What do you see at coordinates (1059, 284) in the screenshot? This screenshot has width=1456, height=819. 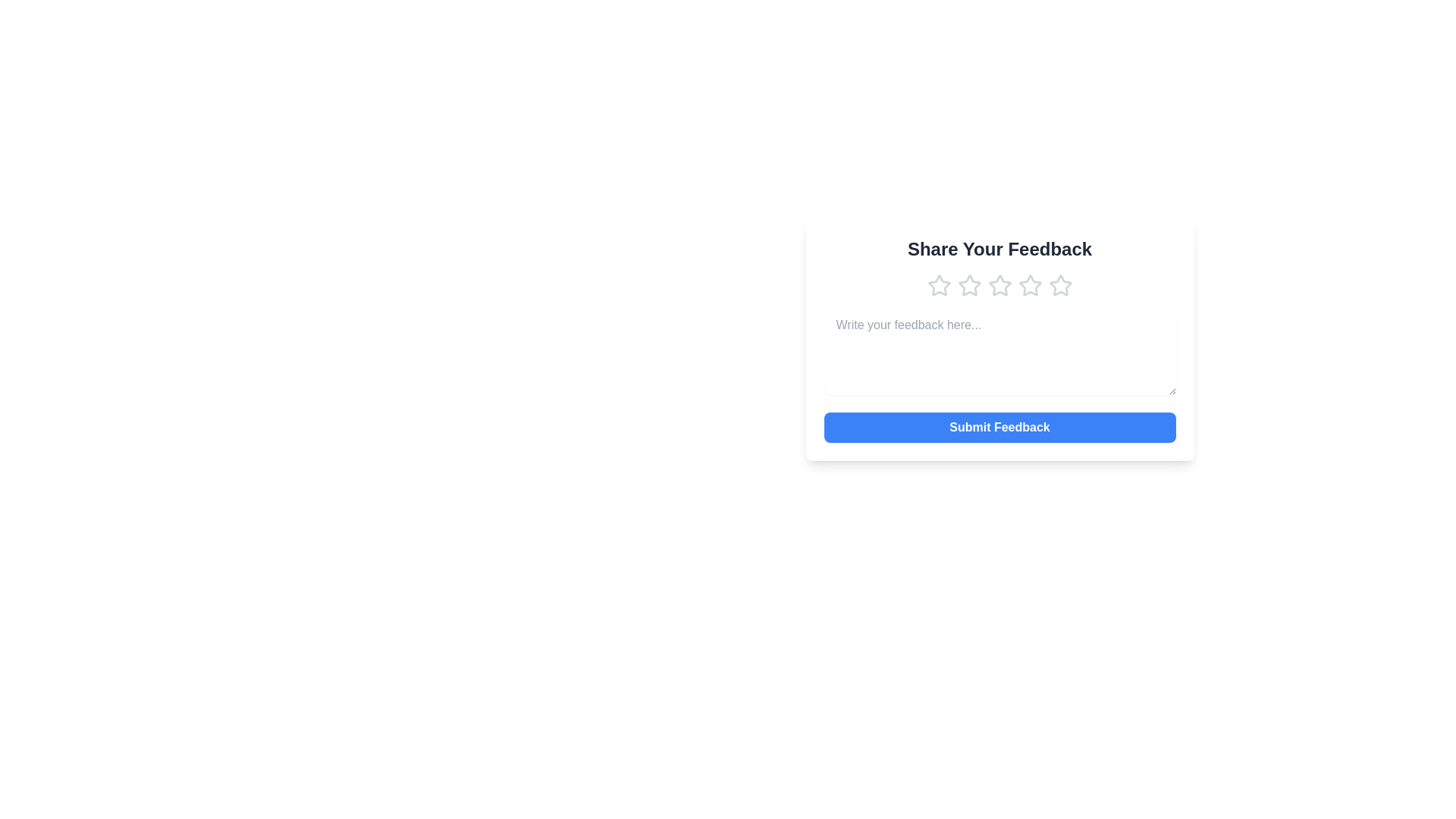 I see `the fifth star icon in the rating component, which is outlined in gray and located at the far right of the row of stars` at bounding box center [1059, 284].